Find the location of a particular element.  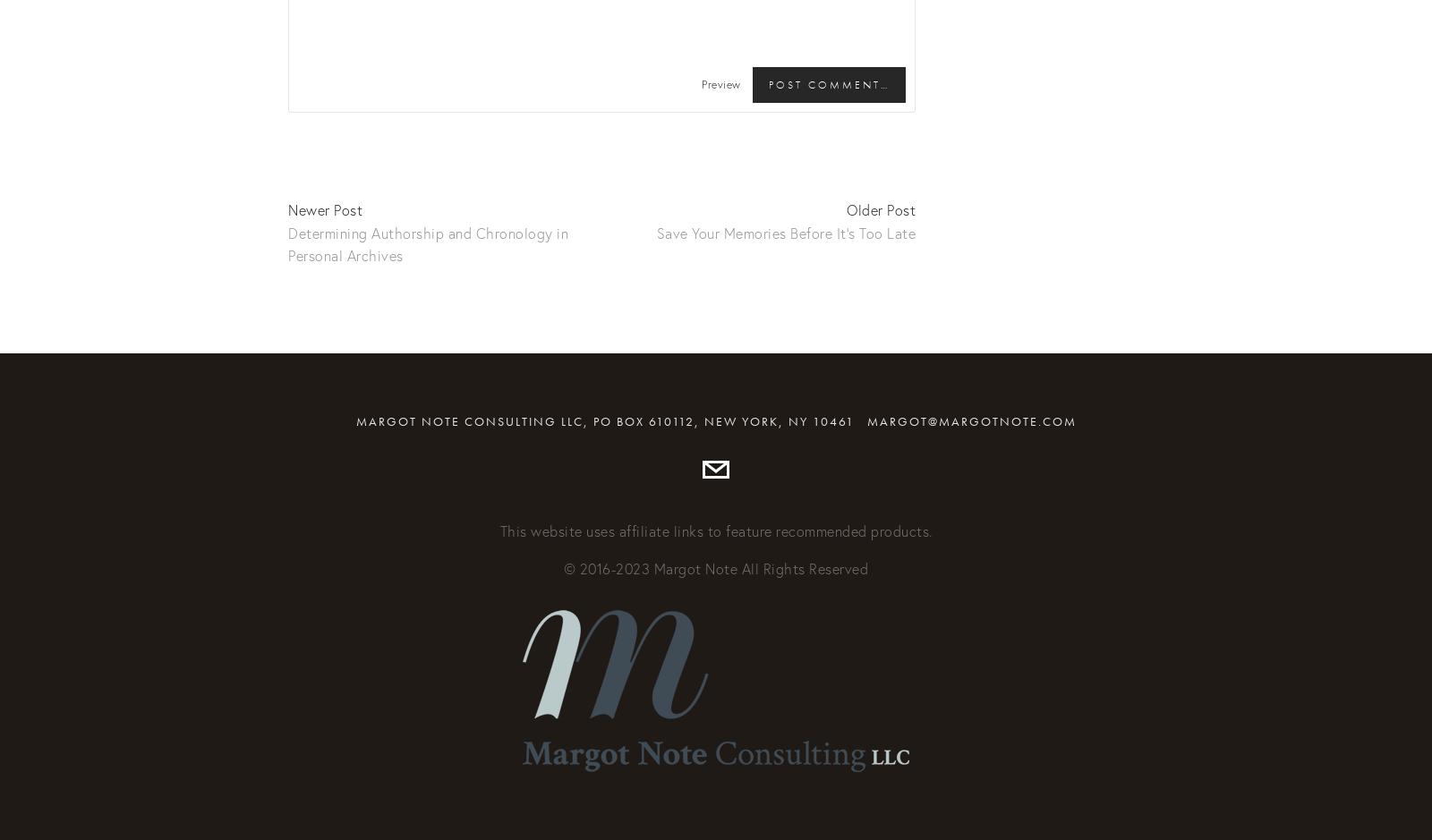

'This website uses affiliate links to feature recommended products.' is located at coordinates (715, 530).